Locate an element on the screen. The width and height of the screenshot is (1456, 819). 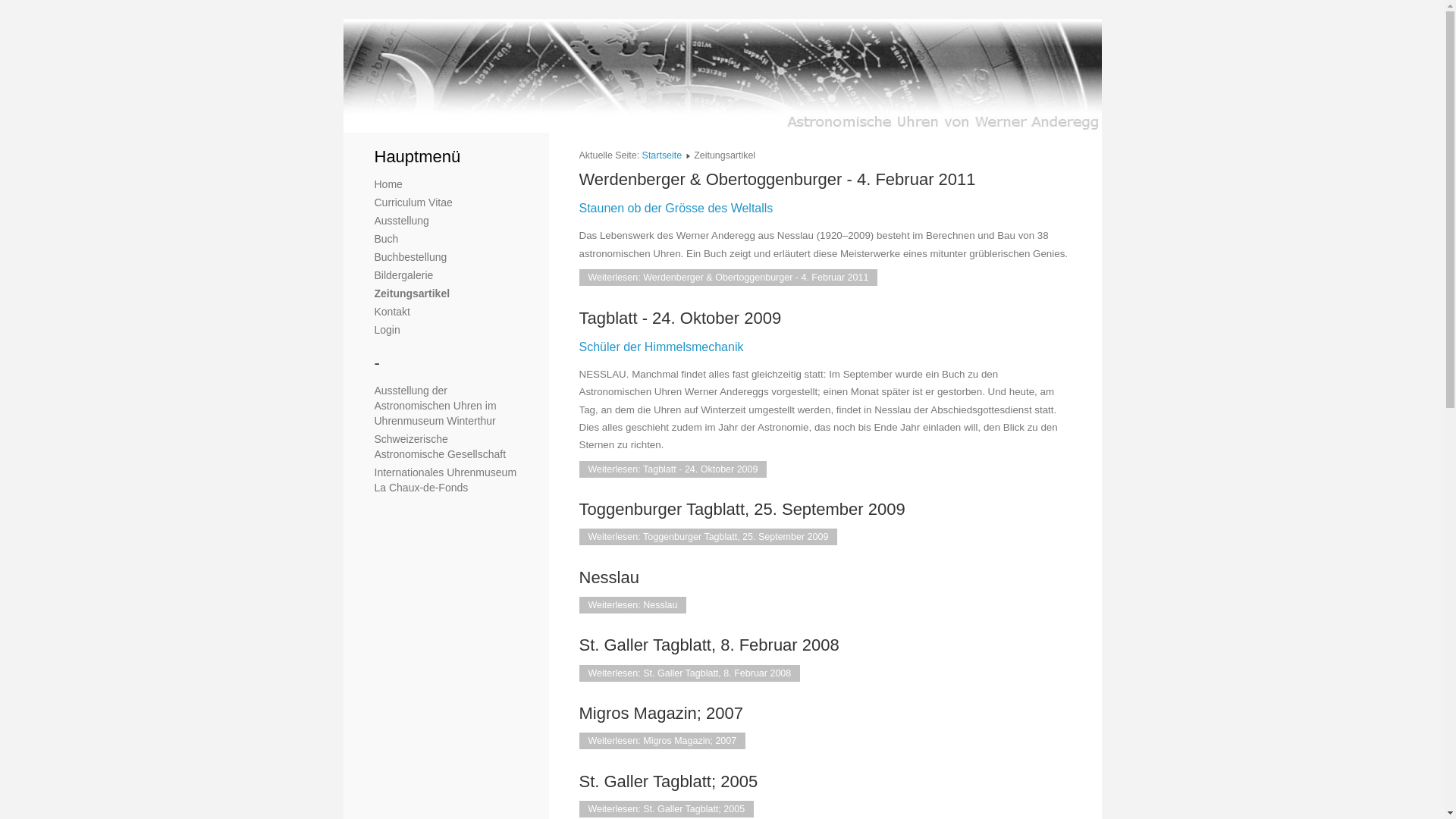
'Kontakt' is located at coordinates (392, 311).